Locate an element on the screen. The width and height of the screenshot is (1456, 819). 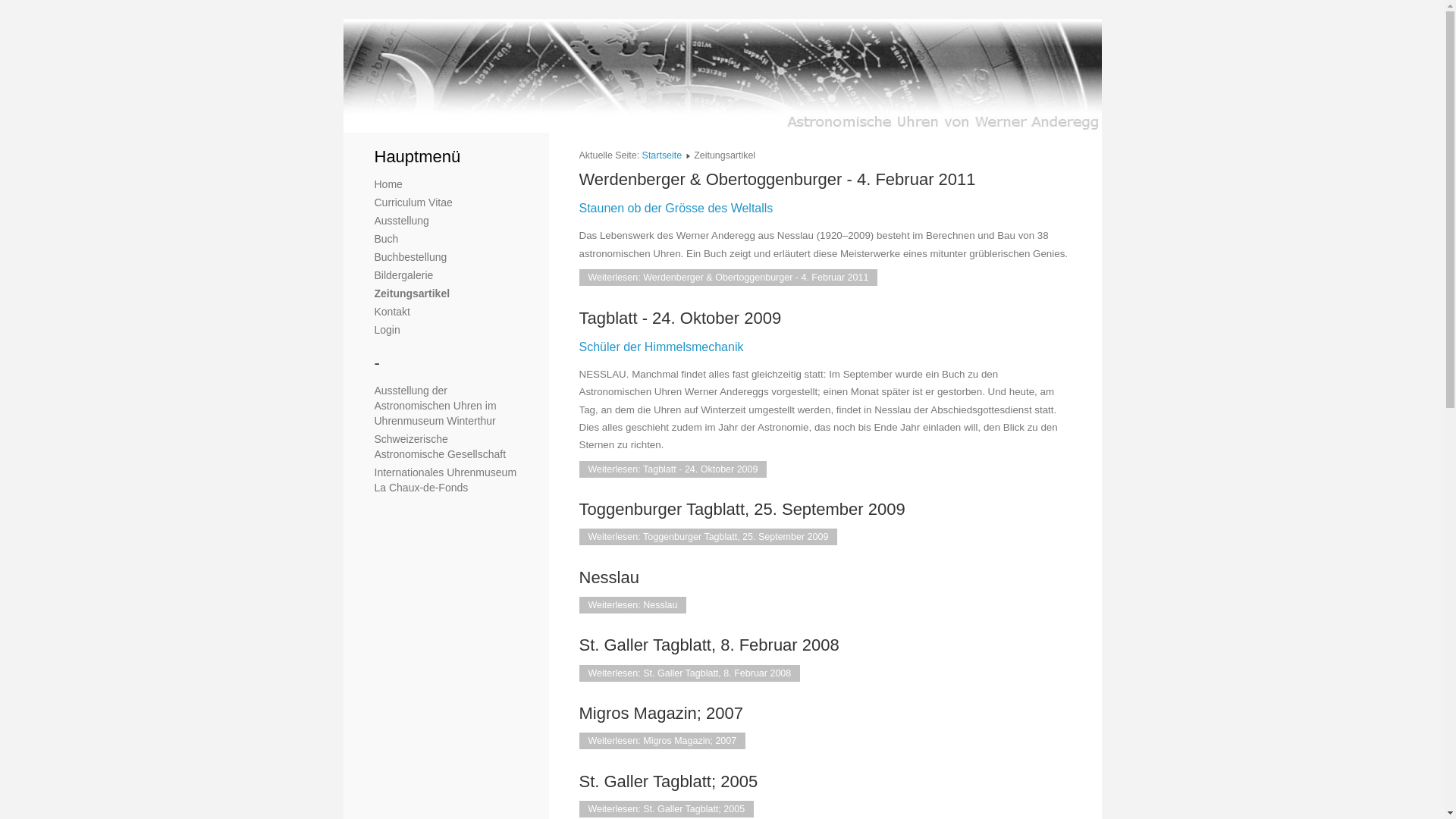
'Kontakt' is located at coordinates (392, 311).